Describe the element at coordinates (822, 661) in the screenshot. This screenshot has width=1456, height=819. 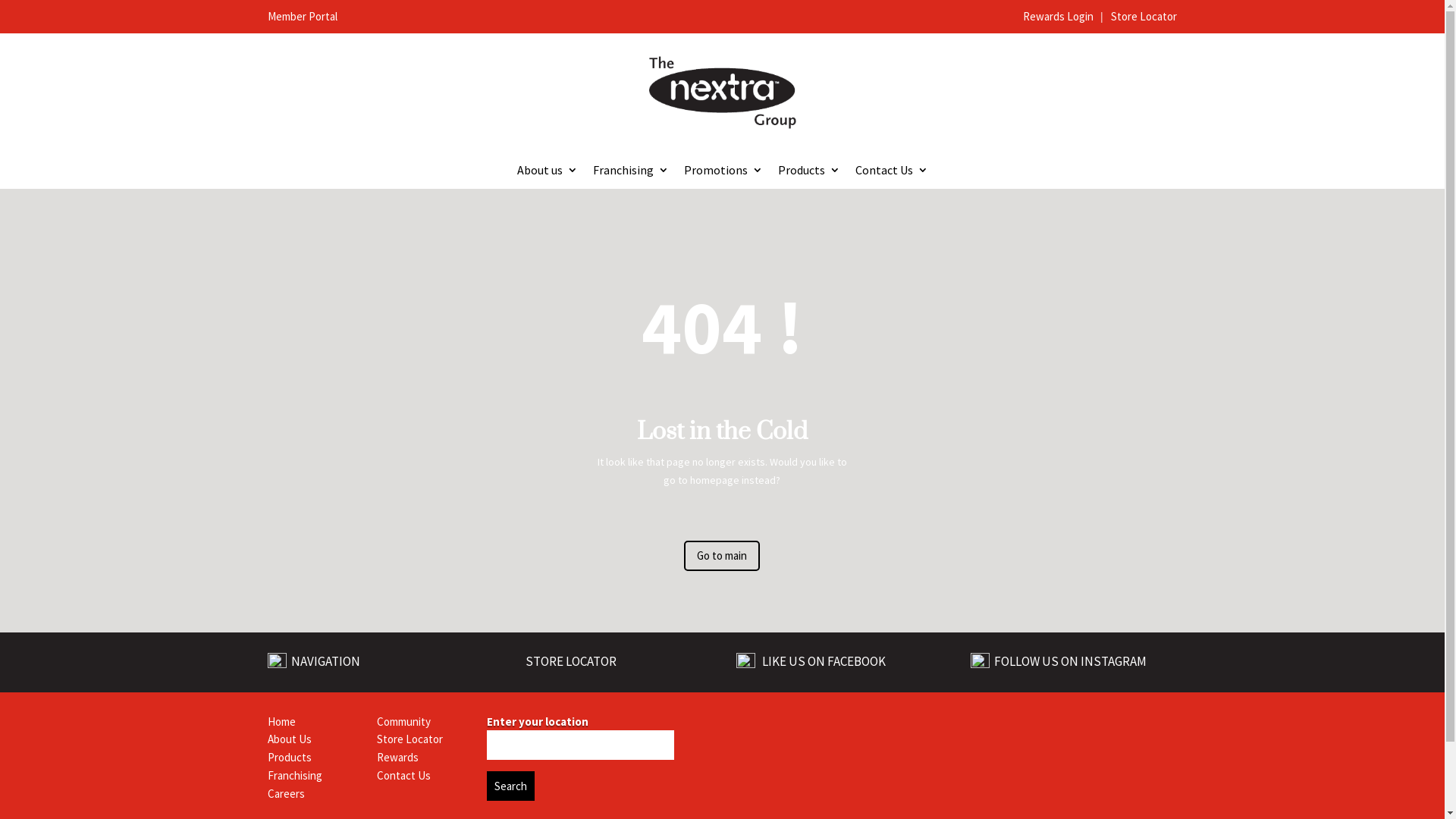
I see `'LIKE US ON FACEBOOK'` at that location.